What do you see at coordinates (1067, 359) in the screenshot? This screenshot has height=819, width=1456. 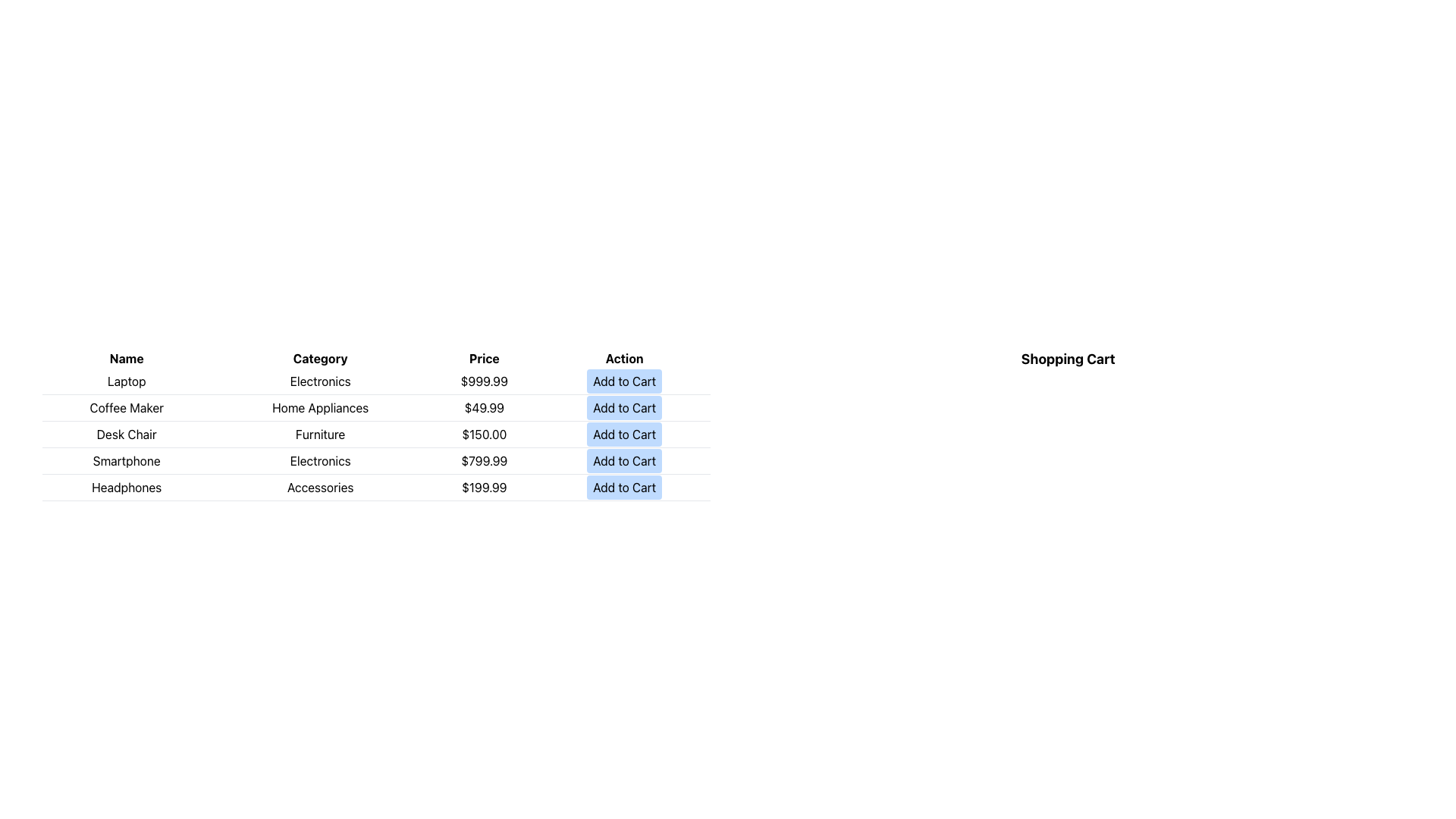 I see `the header text label indicating the shopping cart section, located at the top-middle area of the layout` at bounding box center [1067, 359].